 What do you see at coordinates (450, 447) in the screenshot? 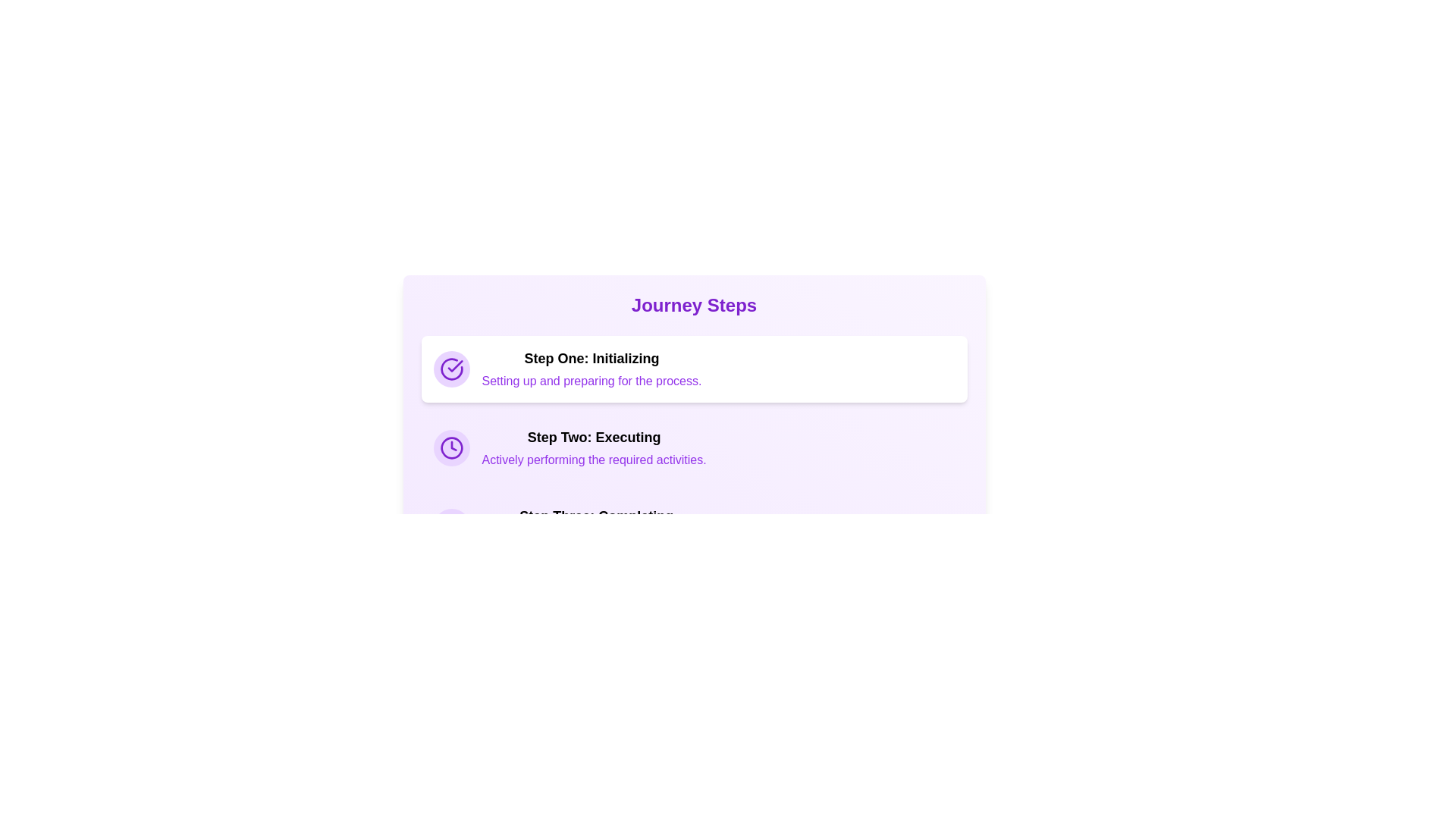
I see `the Decorative icon with a light purple background featuring a clock graphic, located in the 'Step Two: Executing' section, to the left of the step's title and description text` at bounding box center [450, 447].